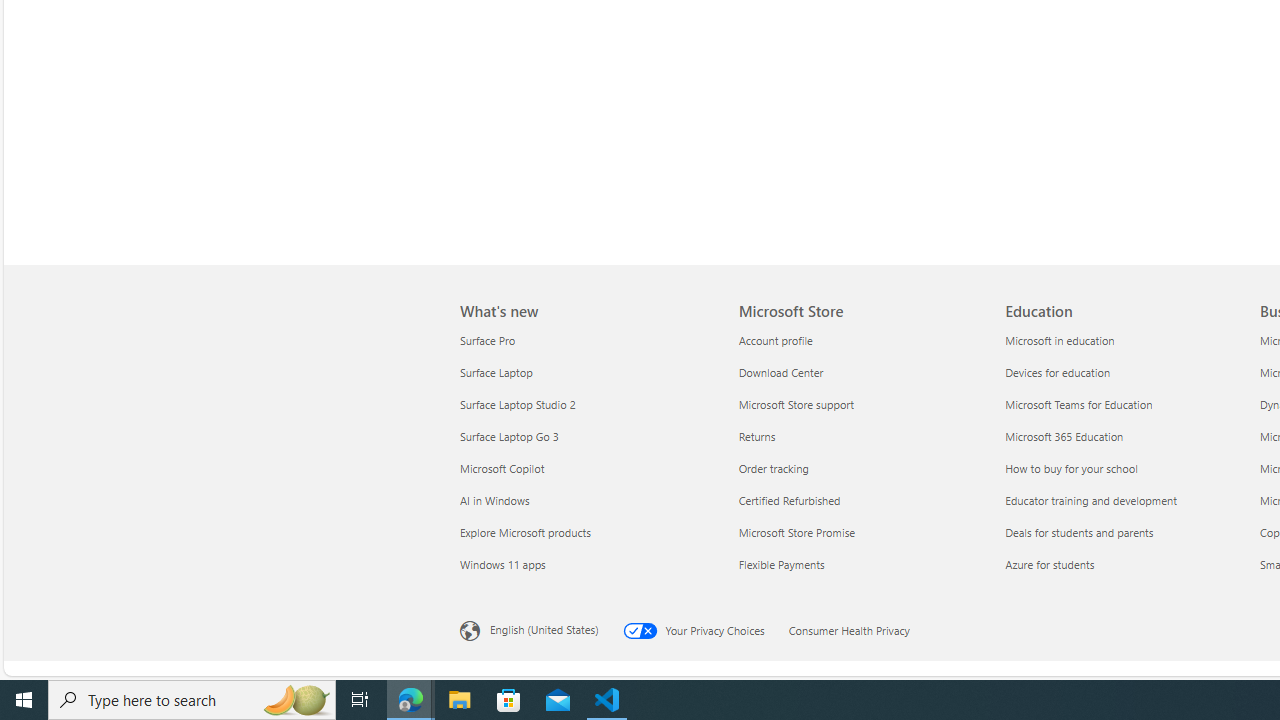 Image resolution: width=1280 pixels, height=720 pixels. What do you see at coordinates (1070, 468) in the screenshot?
I see `'How to buy for your school Education'` at bounding box center [1070, 468].